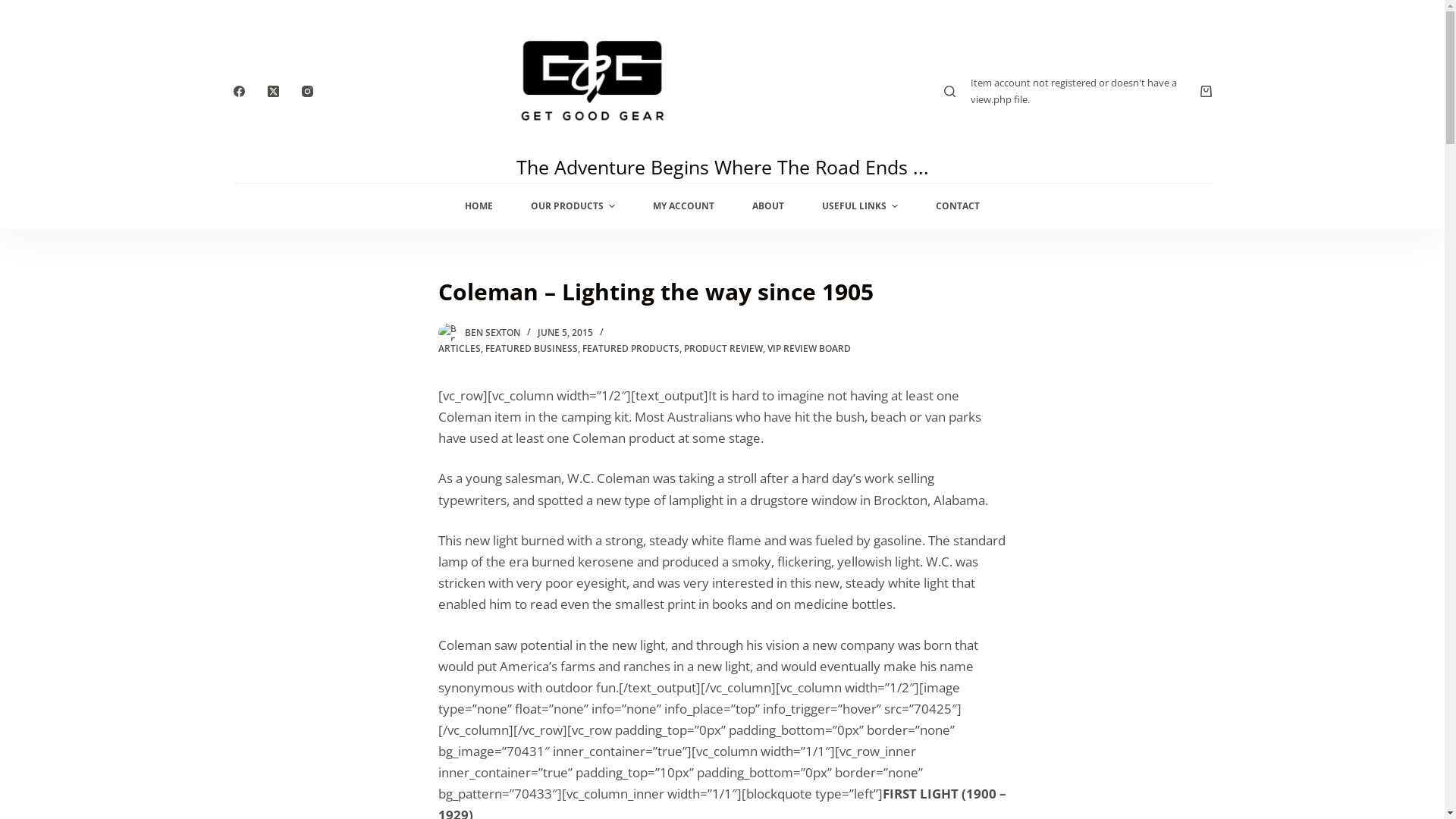 The height and width of the screenshot is (819, 1456). I want to click on 'CONTACT US', so click(997, 415).